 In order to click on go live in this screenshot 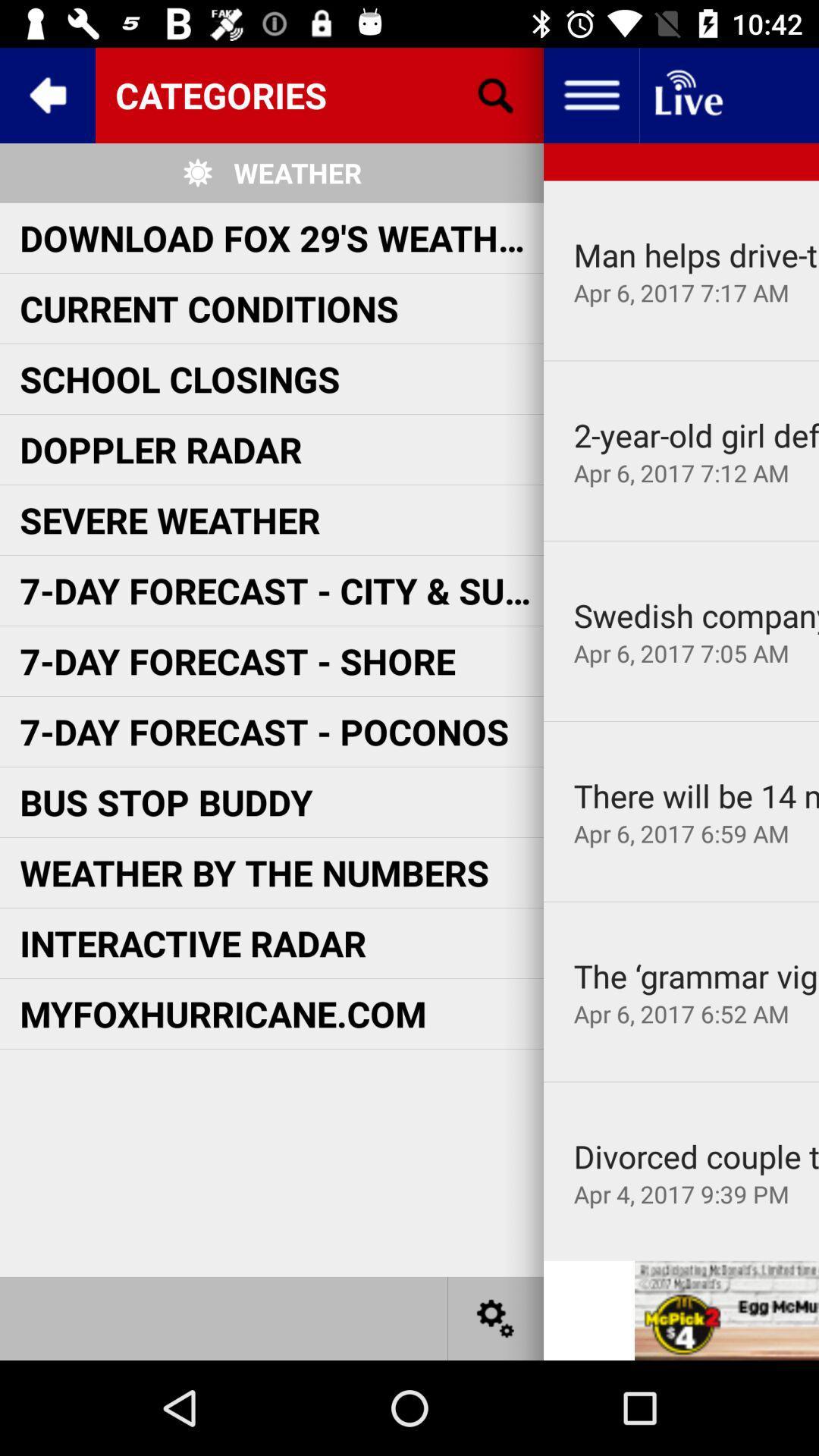, I will do `click(687, 94)`.